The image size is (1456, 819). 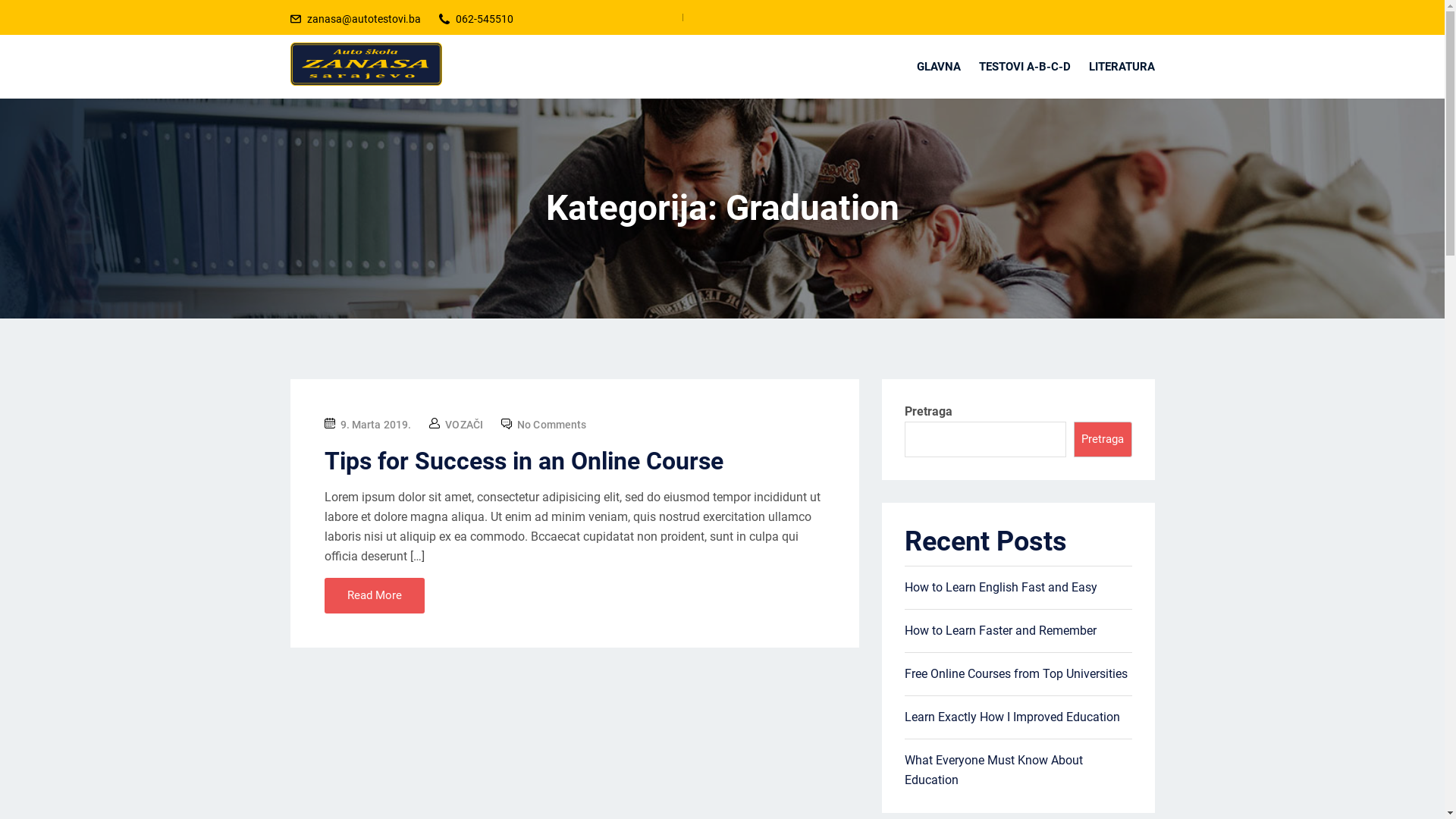 What do you see at coordinates (375, 424) in the screenshot?
I see `'9. Marta 2019.'` at bounding box center [375, 424].